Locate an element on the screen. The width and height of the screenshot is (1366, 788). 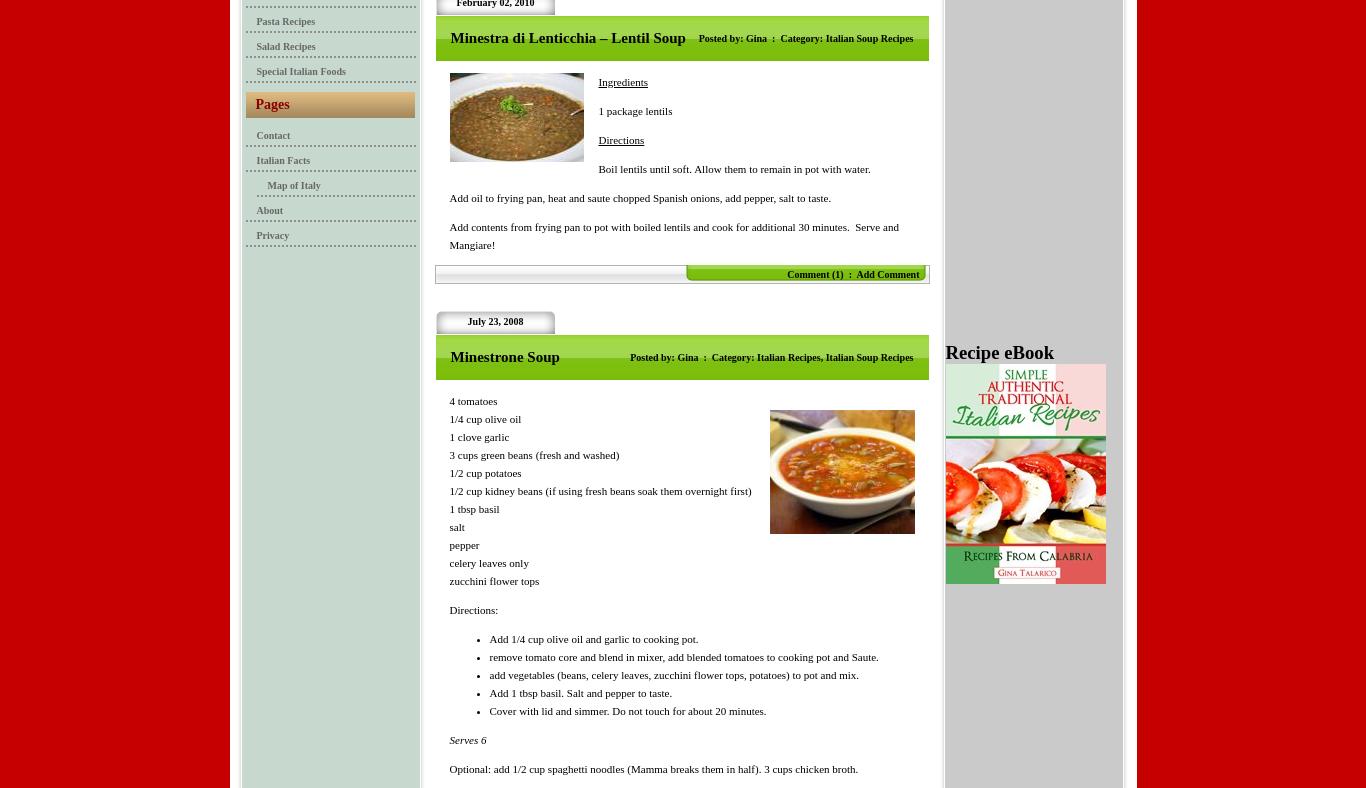
',' is located at coordinates (821, 357).